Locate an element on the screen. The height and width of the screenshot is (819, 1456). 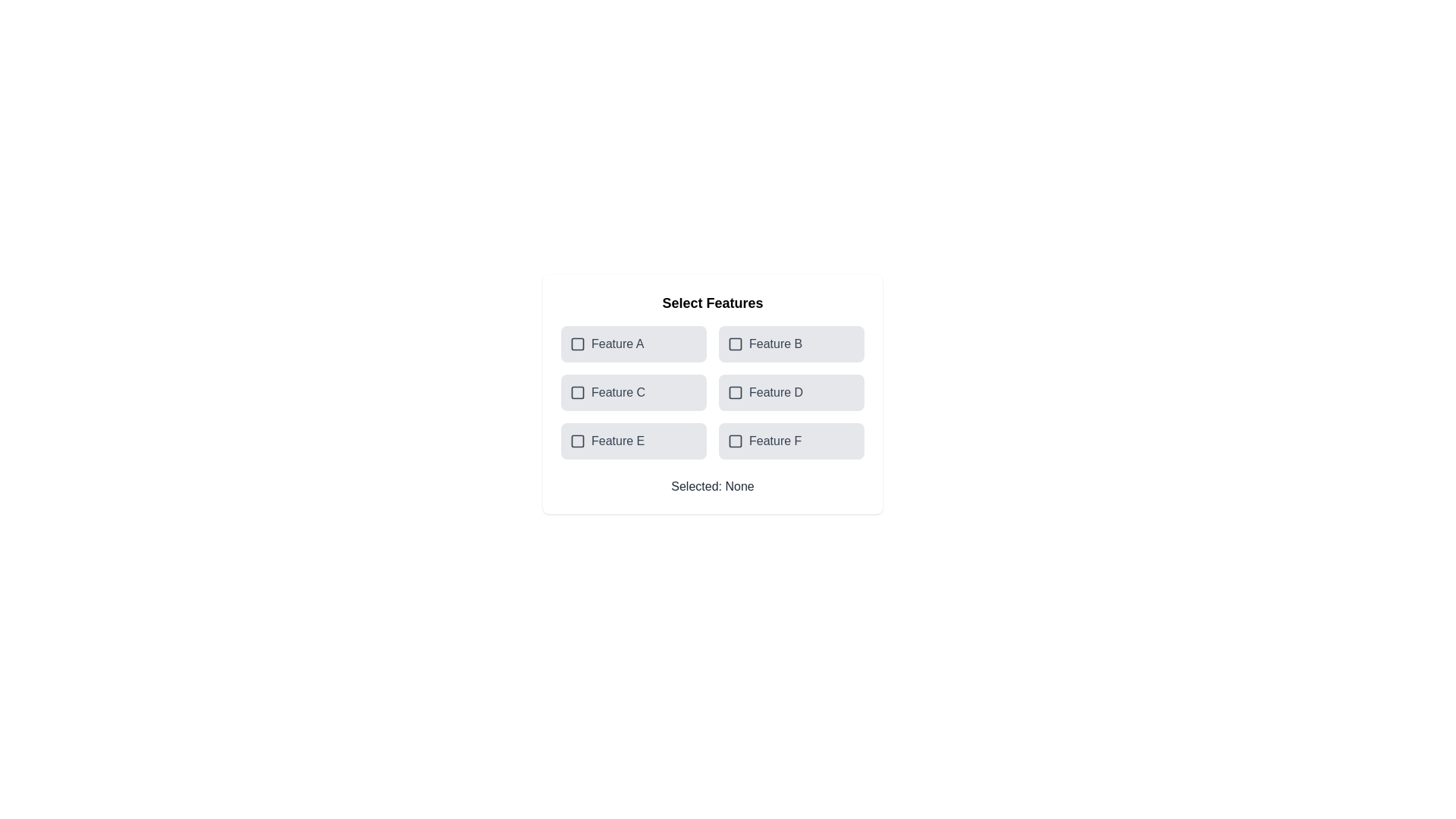
the checkbox labeled 'Feature F' using the keyboard for selection is located at coordinates (790, 441).